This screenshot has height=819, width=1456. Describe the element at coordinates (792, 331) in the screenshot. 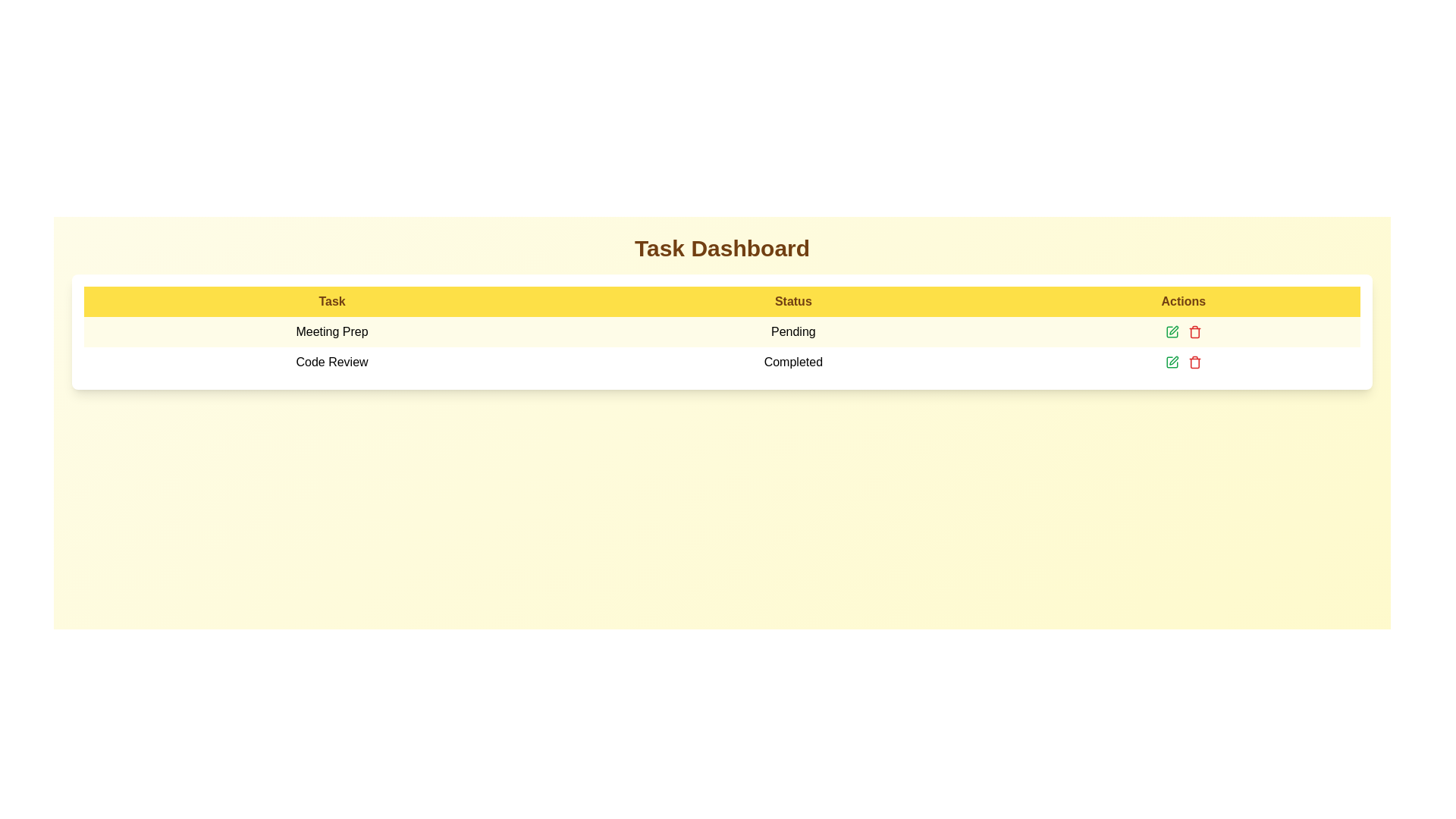

I see `the text label element displaying 'Pending' within the yellow-highlighted status column of the table on the dashboard interface` at that location.